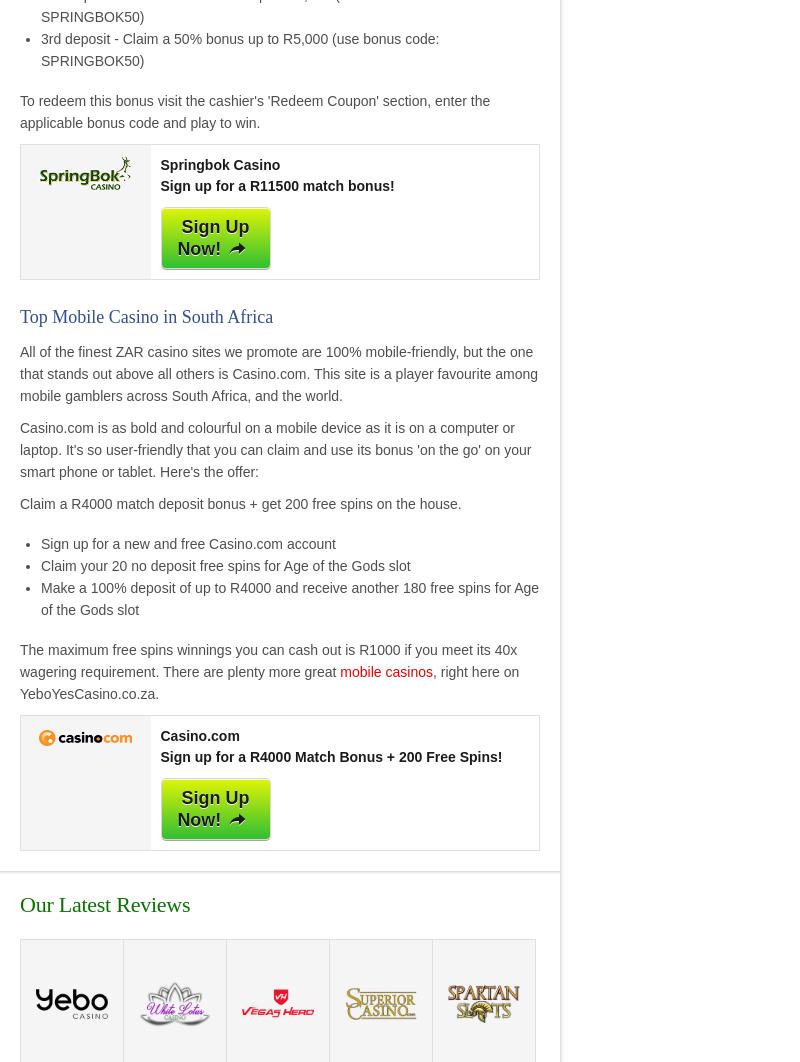  Describe the element at coordinates (254, 110) in the screenshot. I see `'To redeem this bonus visit the cashier's 'Redeem Coupon' section, enter the applicable bonus code and play to win.'` at that location.